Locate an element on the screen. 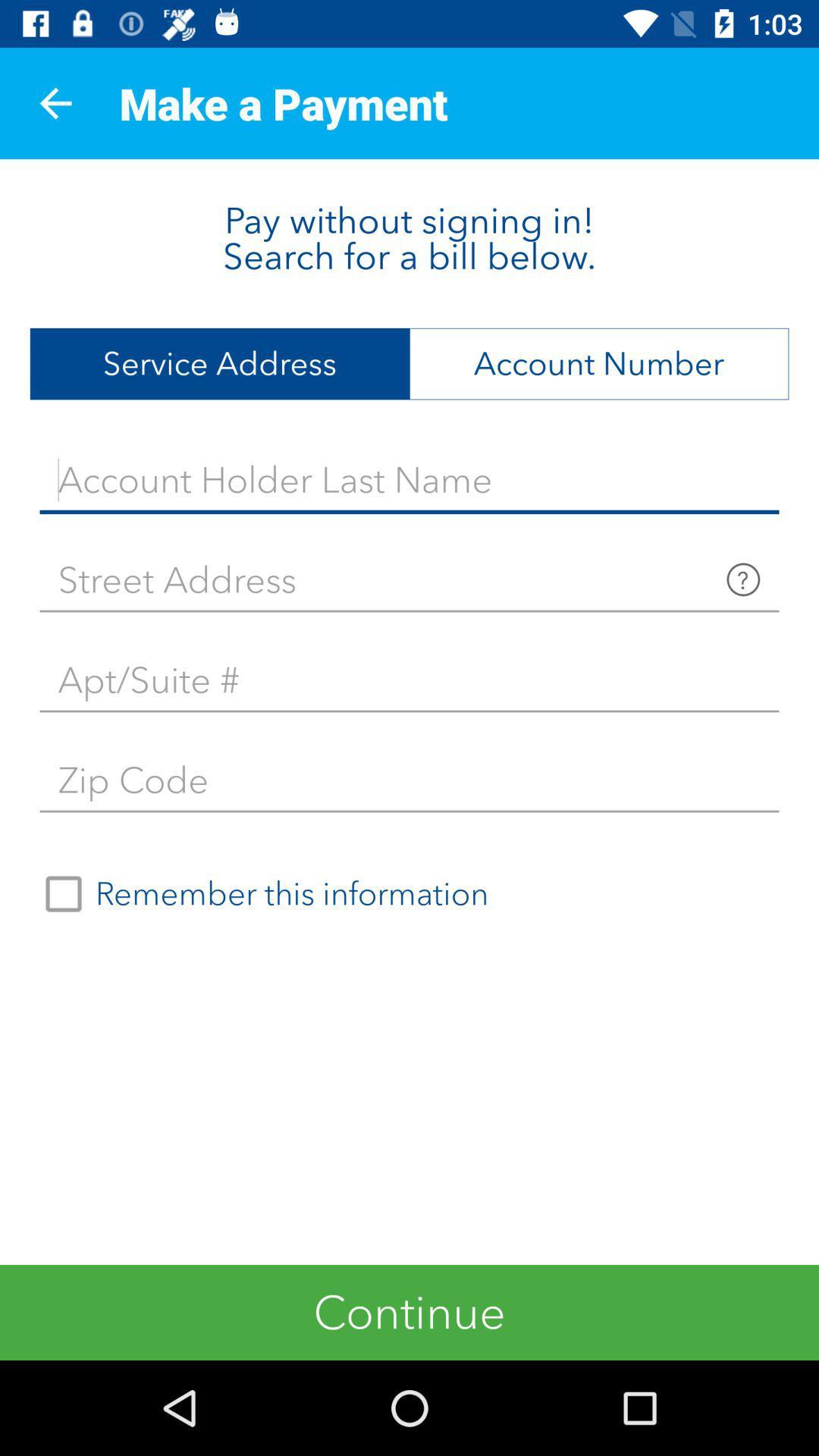 The width and height of the screenshot is (819, 1456). the item above the pay without signing is located at coordinates (55, 102).